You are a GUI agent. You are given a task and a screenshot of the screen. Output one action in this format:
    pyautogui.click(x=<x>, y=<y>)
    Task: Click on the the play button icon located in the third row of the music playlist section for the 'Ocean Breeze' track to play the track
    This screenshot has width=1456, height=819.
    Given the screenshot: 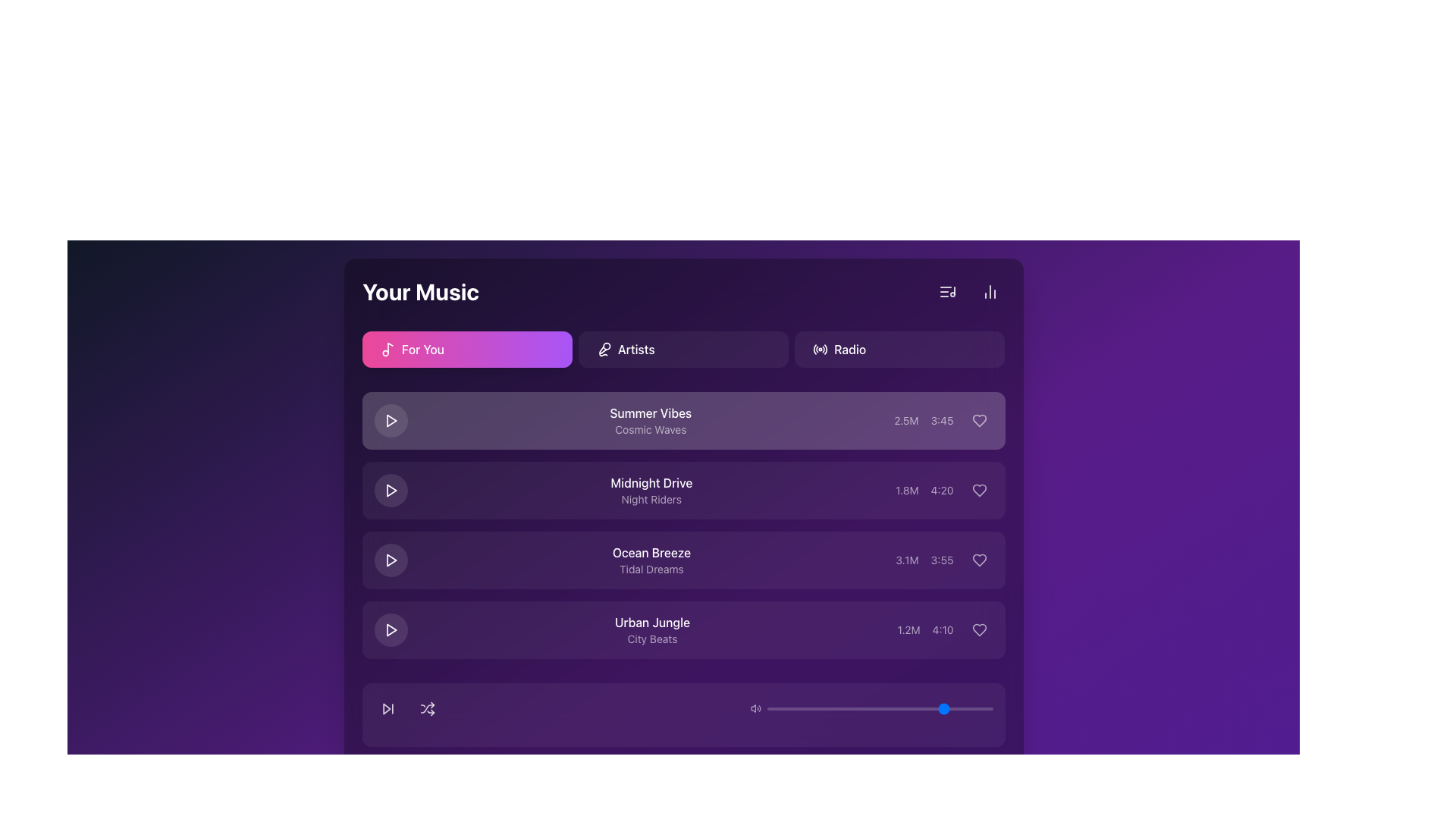 What is the action you would take?
    pyautogui.click(x=391, y=560)
    